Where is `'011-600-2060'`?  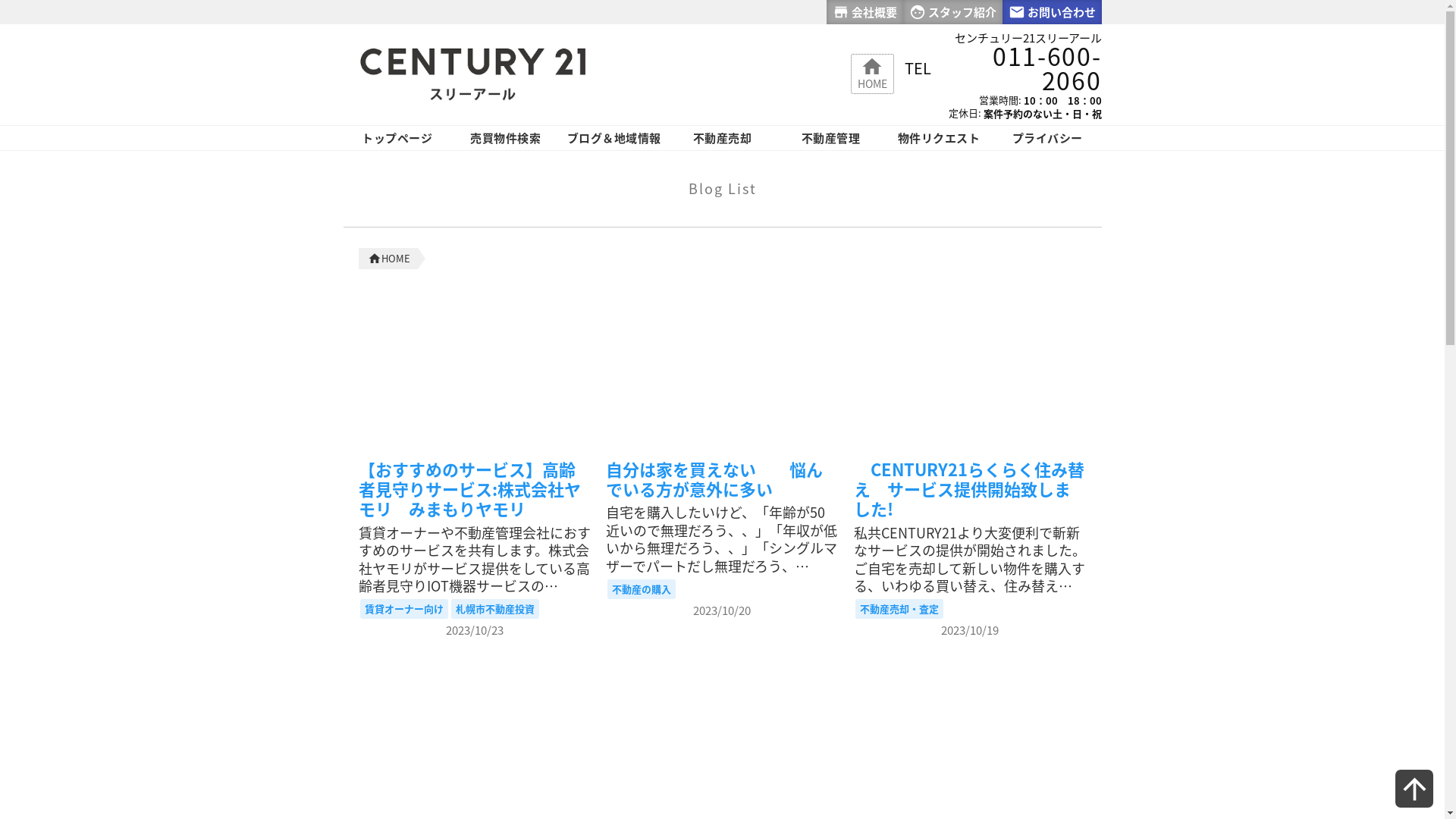 '011-600-2060' is located at coordinates (1016, 67).